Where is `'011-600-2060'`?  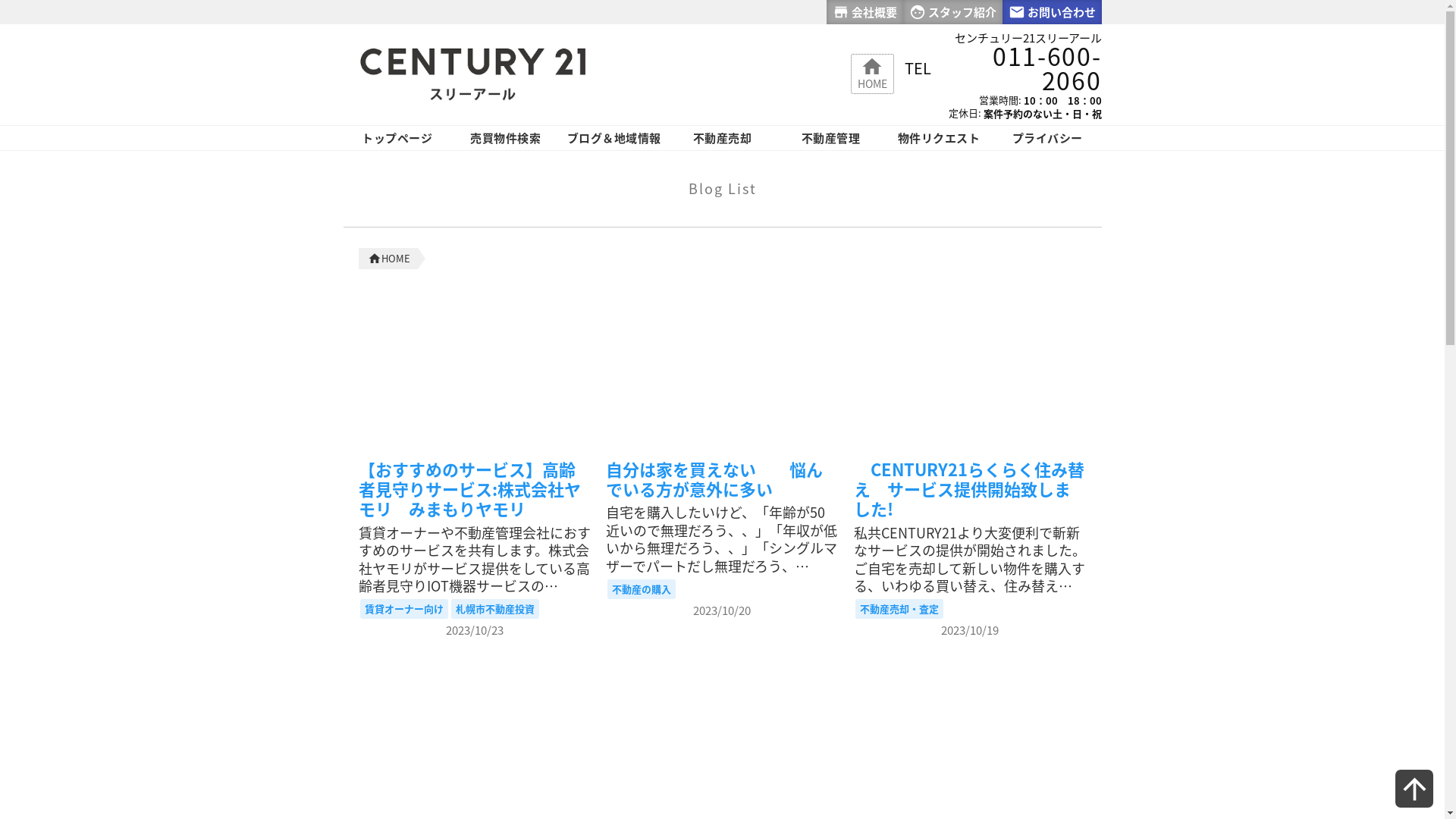 '011-600-2060' is located at coordinates (1016, 67).